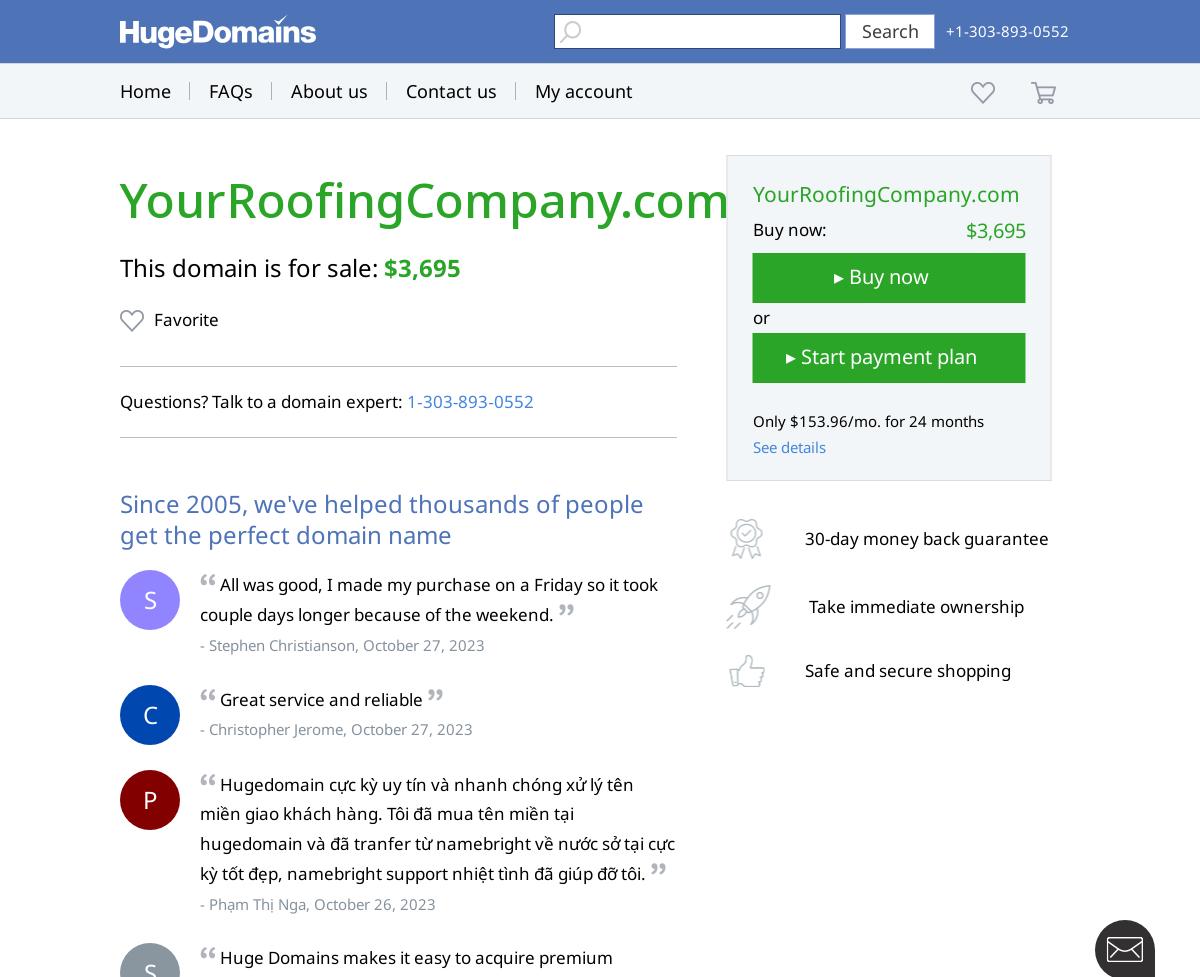 This screenshot has height=977, width=1200. Describe the element at coordinates (318, 902) in the screenshot. I see `'- Phạm Thị Nga, October 26, 2023'` at that location.